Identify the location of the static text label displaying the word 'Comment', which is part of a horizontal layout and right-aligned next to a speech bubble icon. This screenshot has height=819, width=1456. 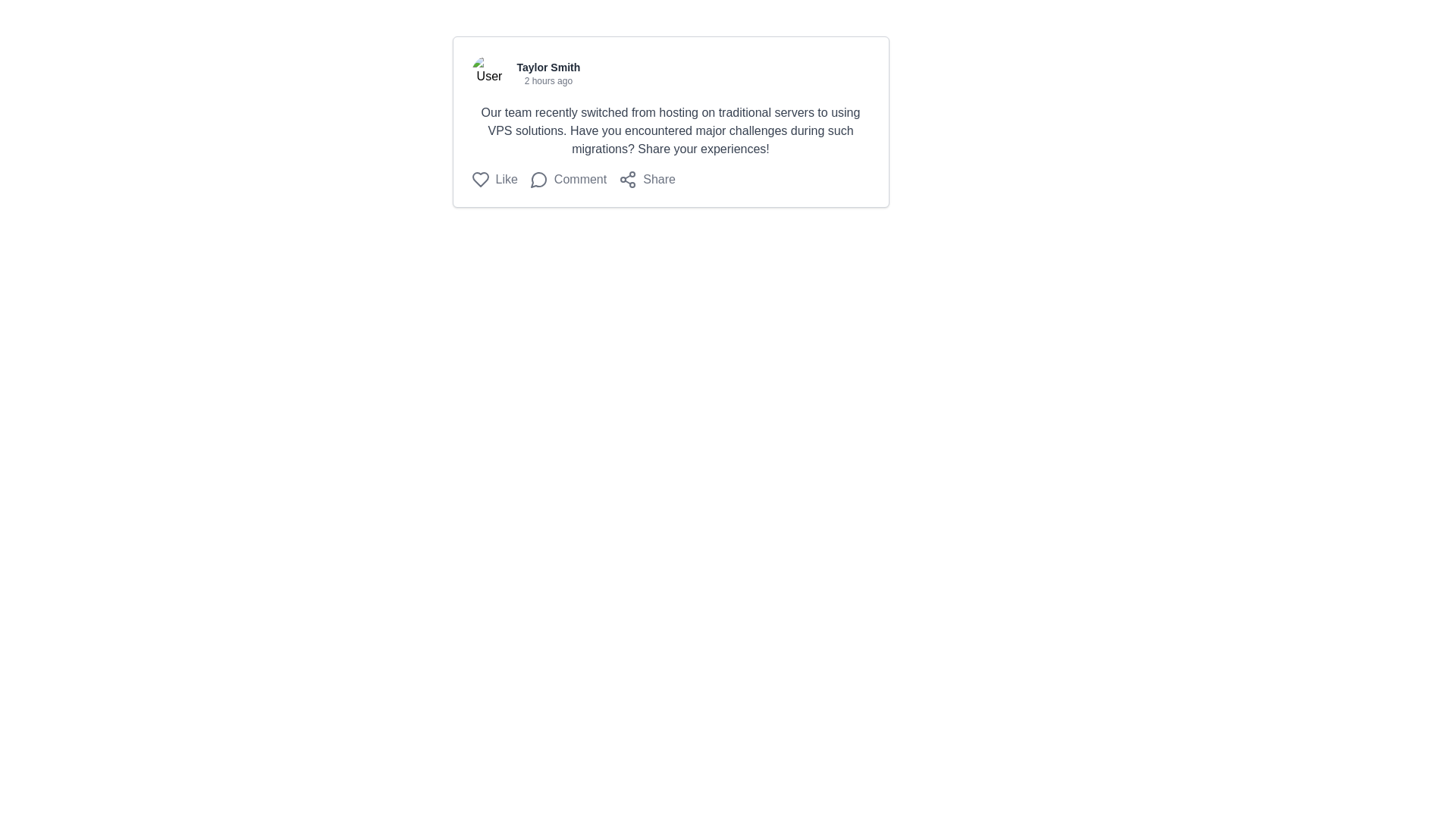
(579, 178).